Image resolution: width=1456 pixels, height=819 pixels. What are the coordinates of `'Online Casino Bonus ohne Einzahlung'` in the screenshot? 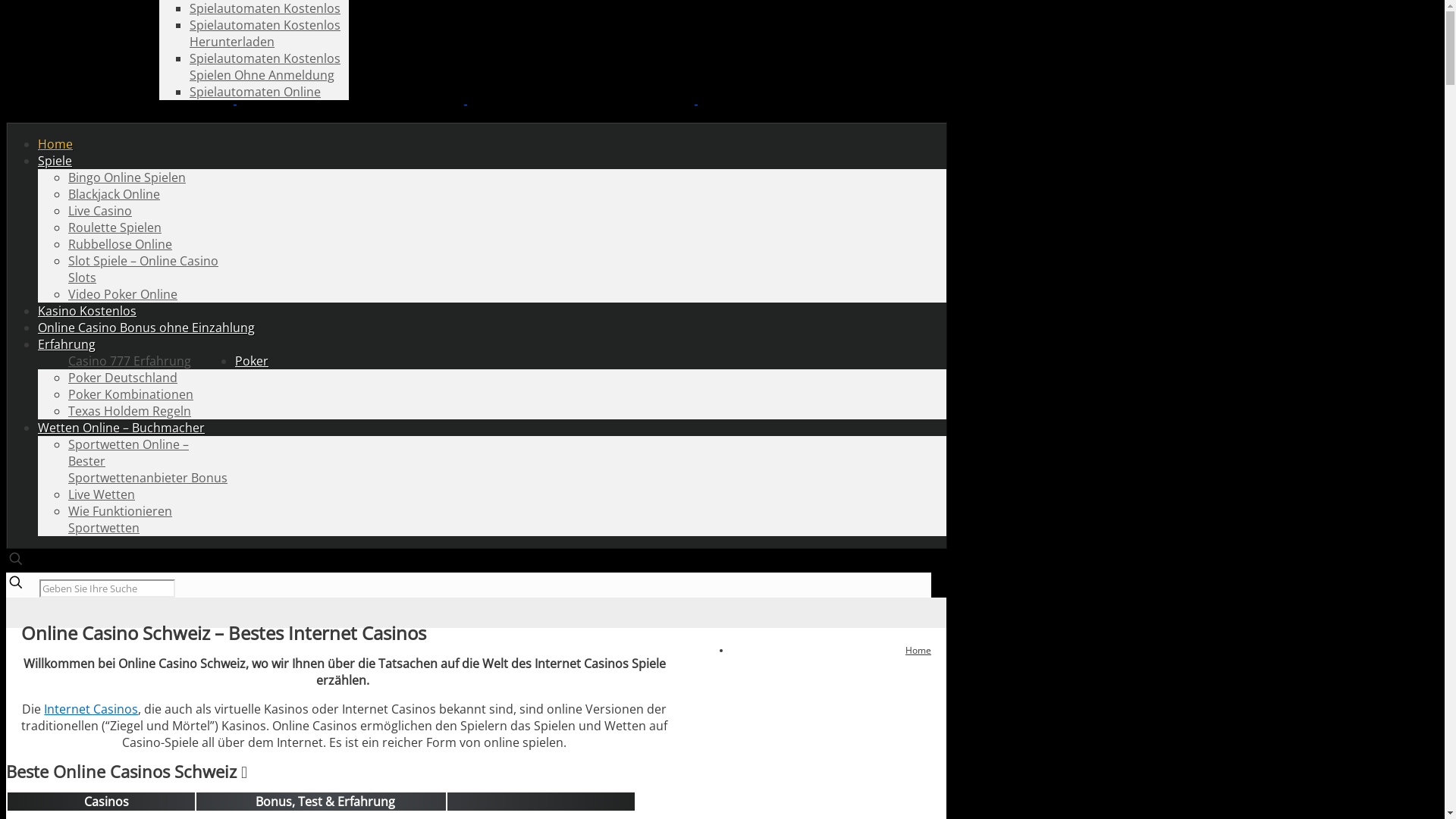 It's located at (146, 327).